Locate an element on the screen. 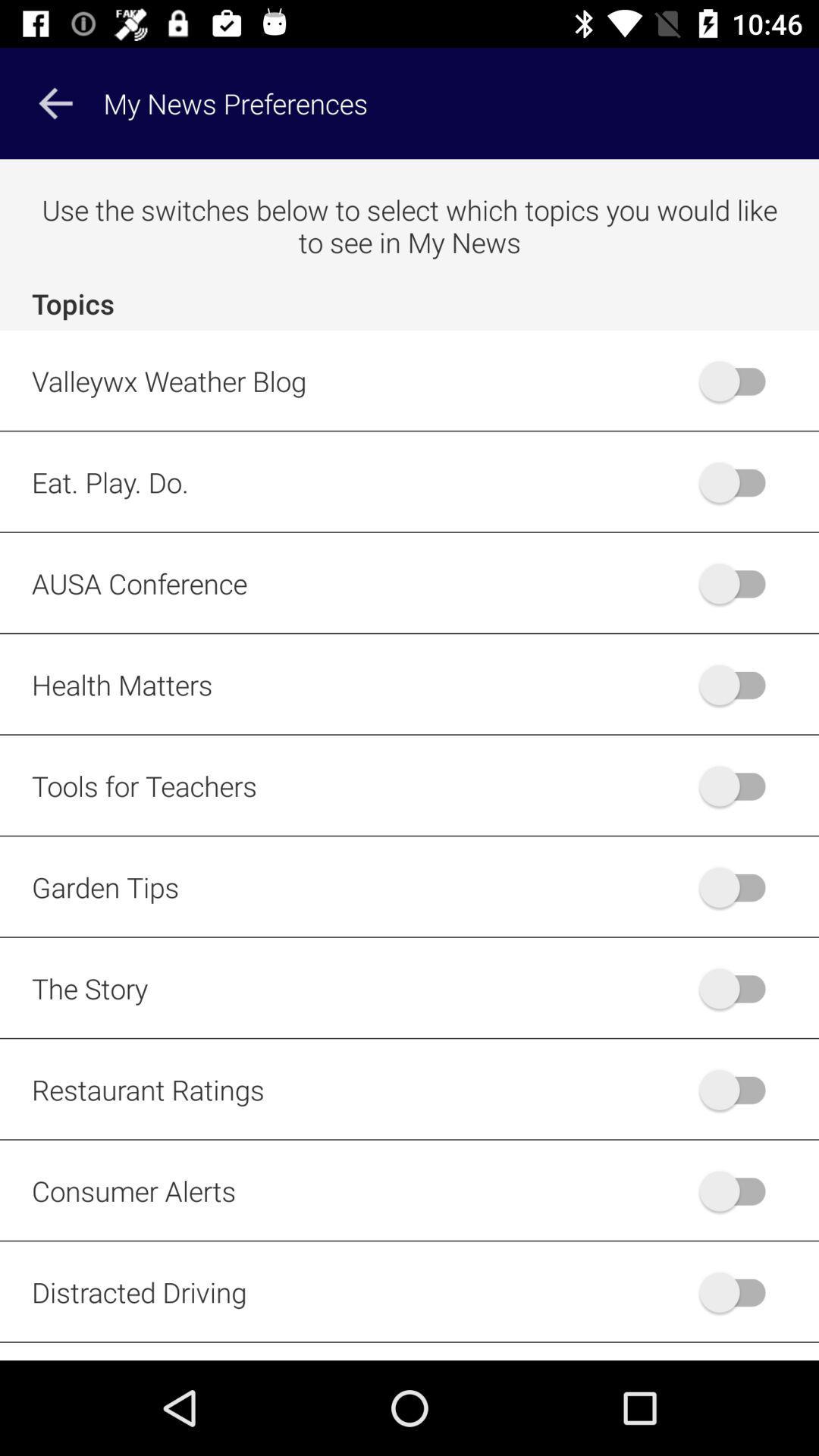 The image size is (819, 1456). ausa slider is located at coordinates (739, 582).